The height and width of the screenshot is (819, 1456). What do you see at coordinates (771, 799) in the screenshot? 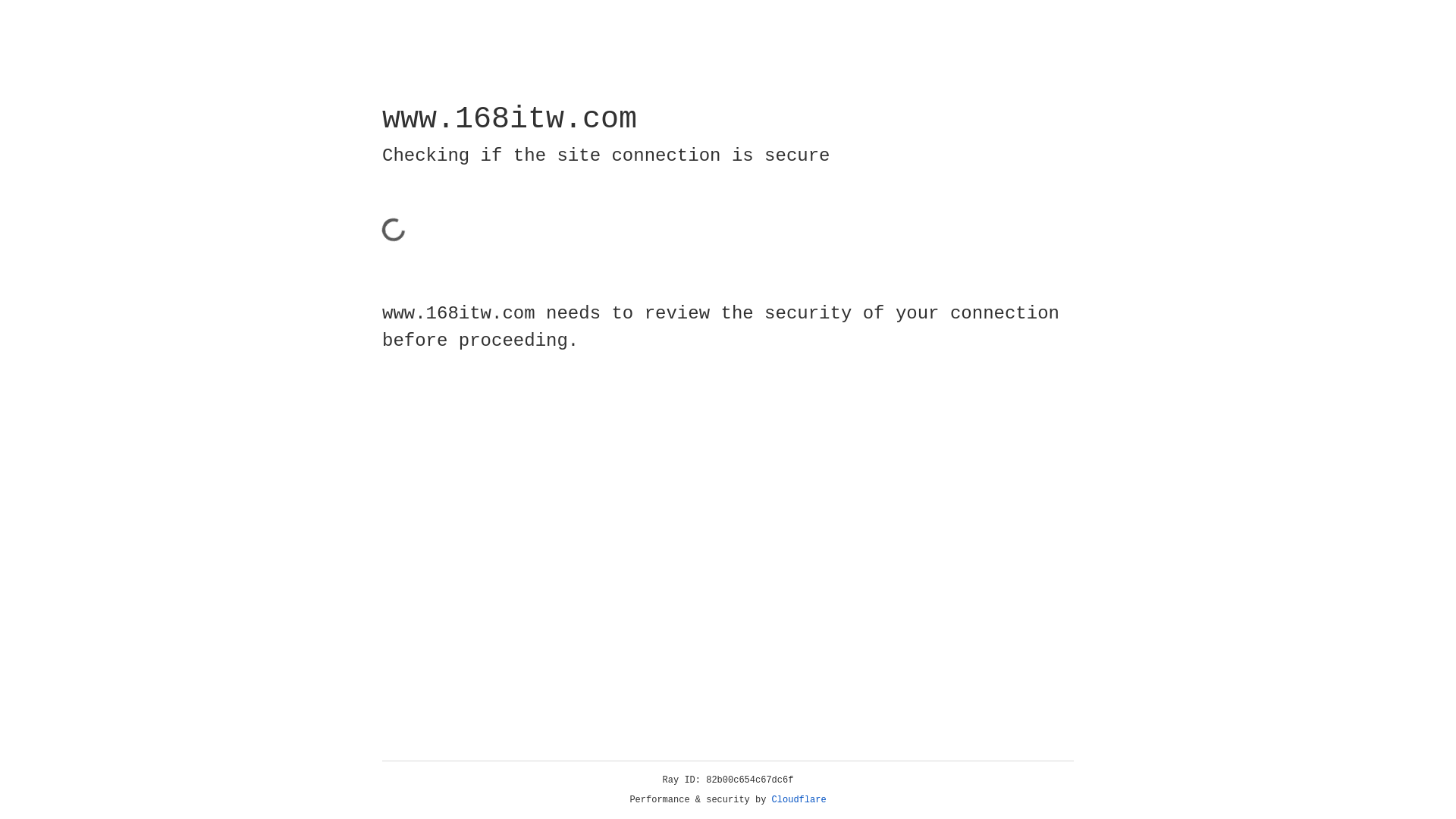
I see `'Cloudflare'` at bounding box center [771, 799].